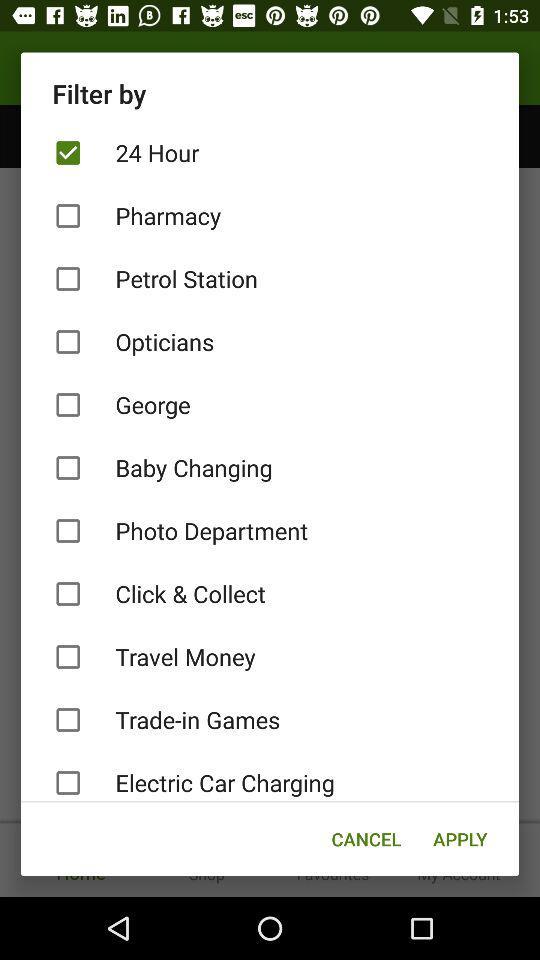  What do you see at coordinates (270, 404) in the screenshot?
I see `item below the opticians icon` at bounding box center [270, 404].